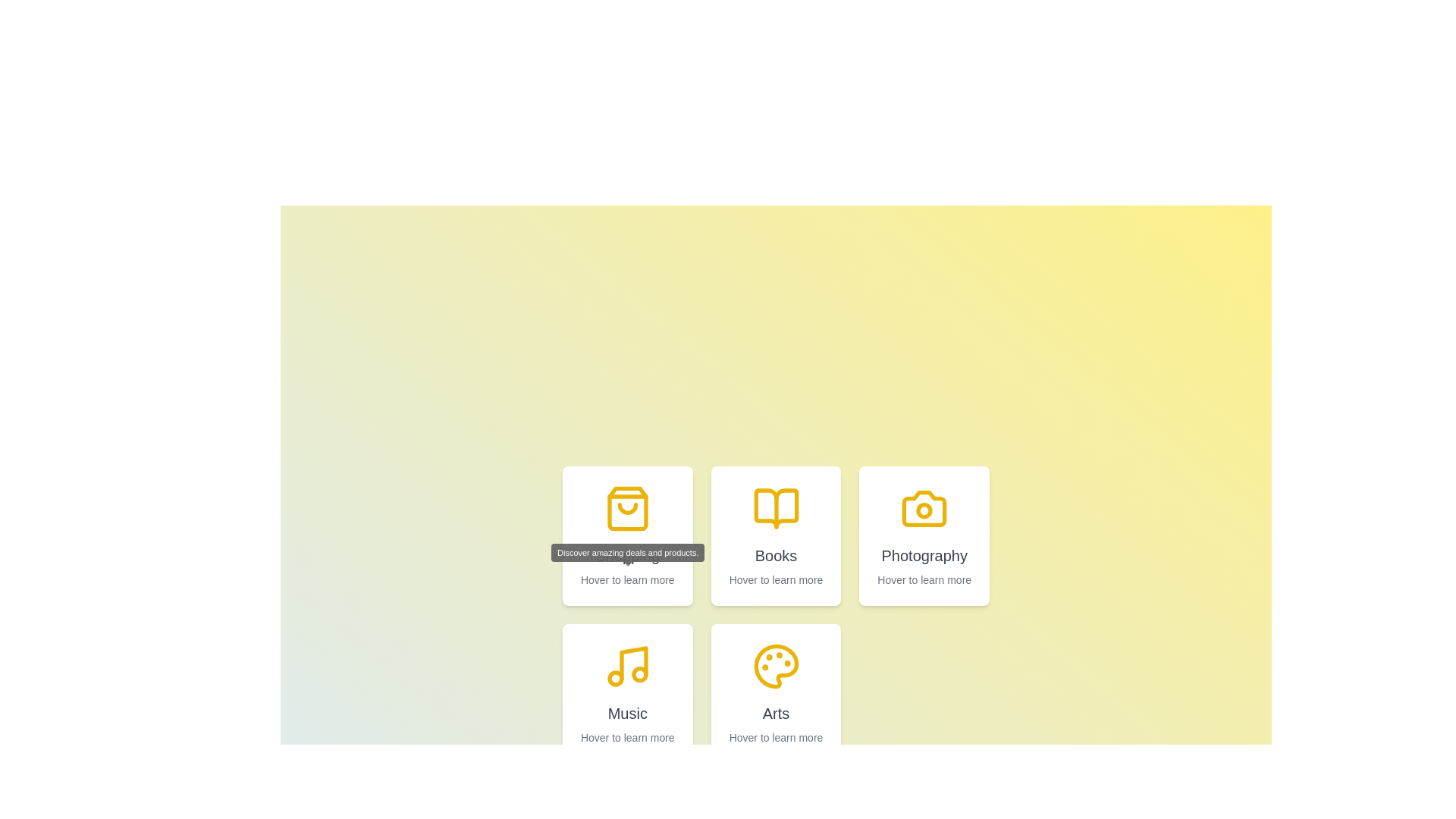  What do you see at coordinates (924, 509) in the screenshot?
I see `the decorative icon representing the 'Photography' section located at the top of the card layout in the top-right quadrant of the interface` at bounding box center [924, 509].